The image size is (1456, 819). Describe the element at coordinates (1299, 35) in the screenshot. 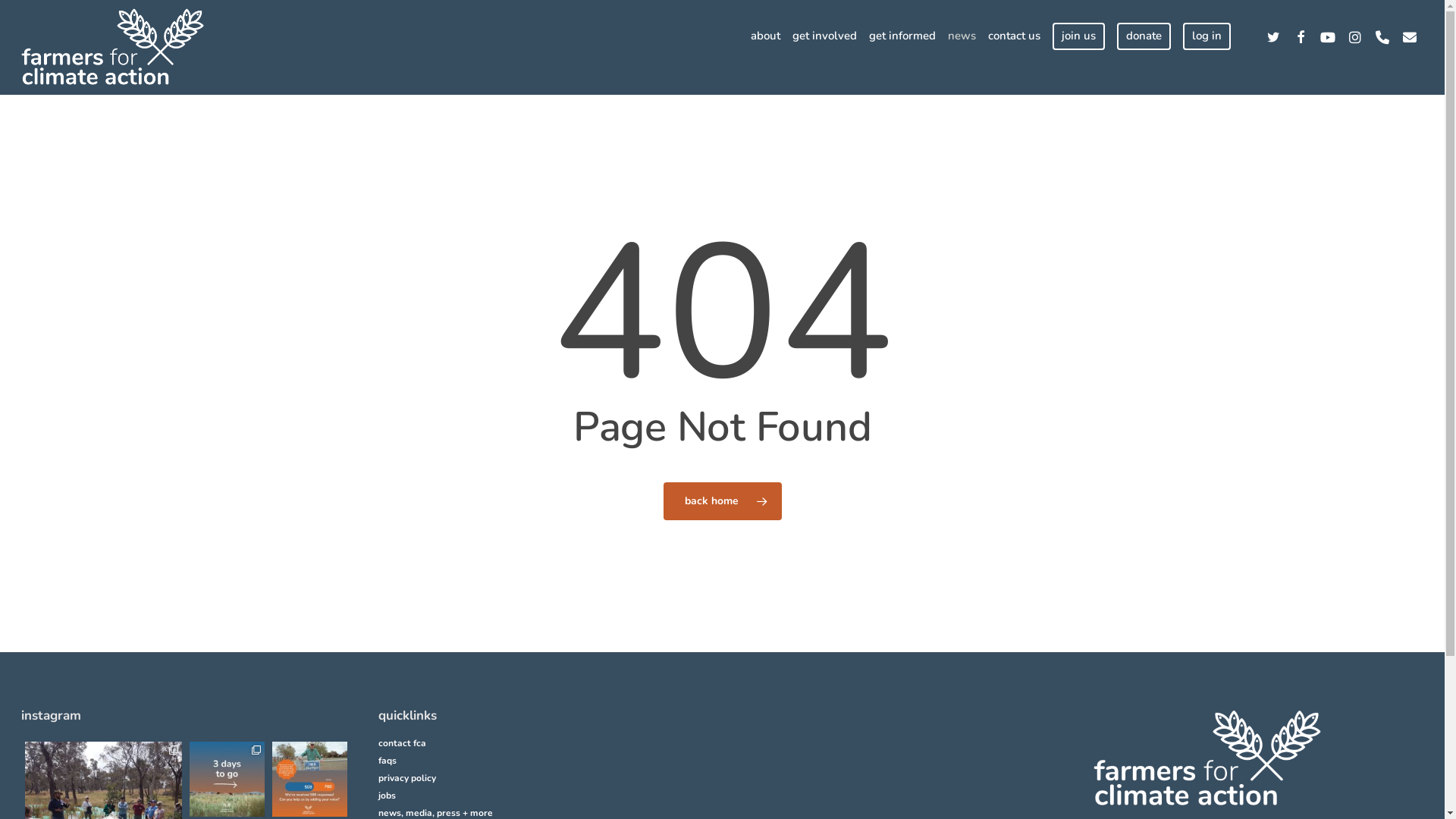

I see `'facebook'` at that location.